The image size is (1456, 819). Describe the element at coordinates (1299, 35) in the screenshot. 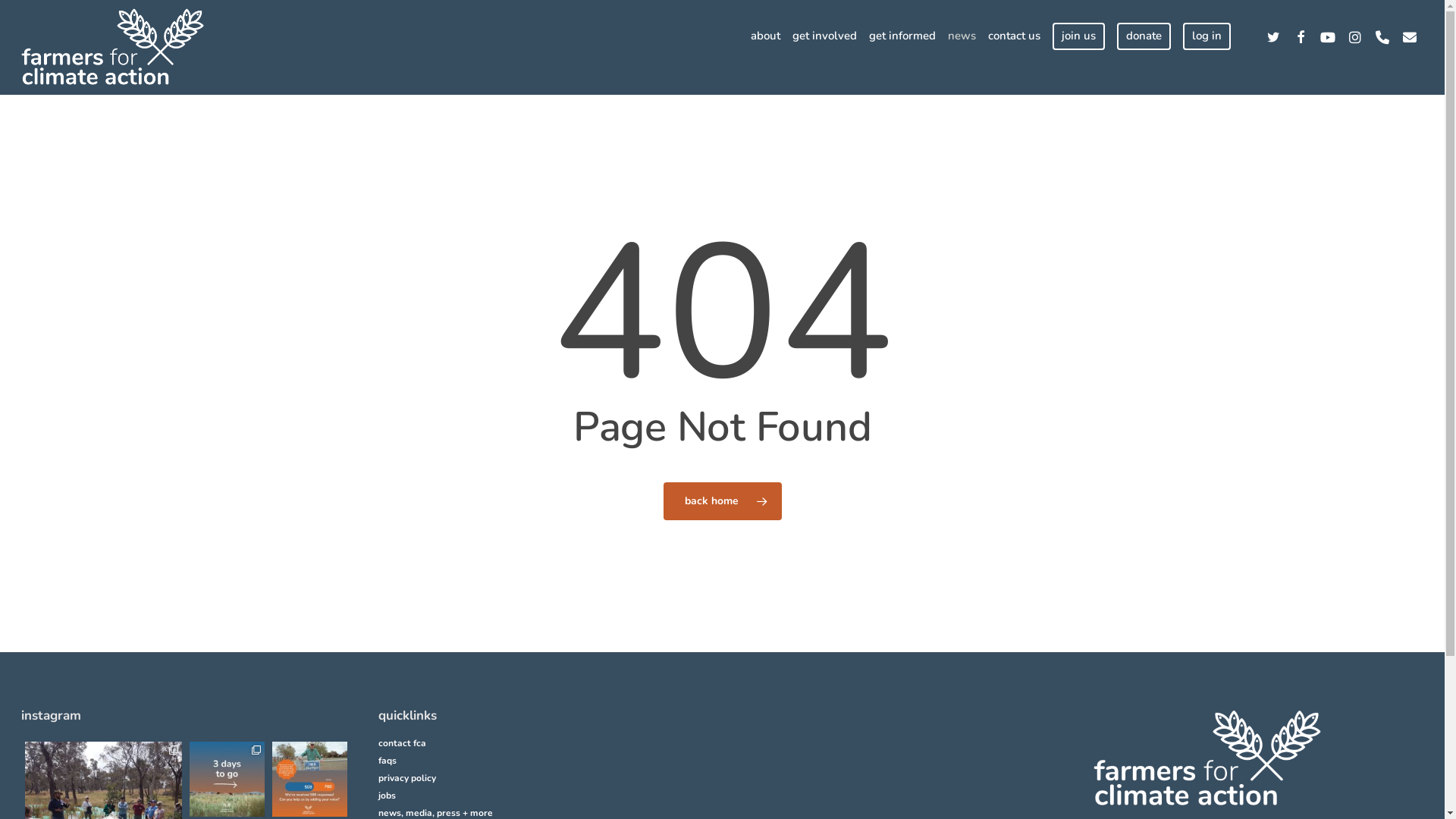

I see `'facebook'` at that location.